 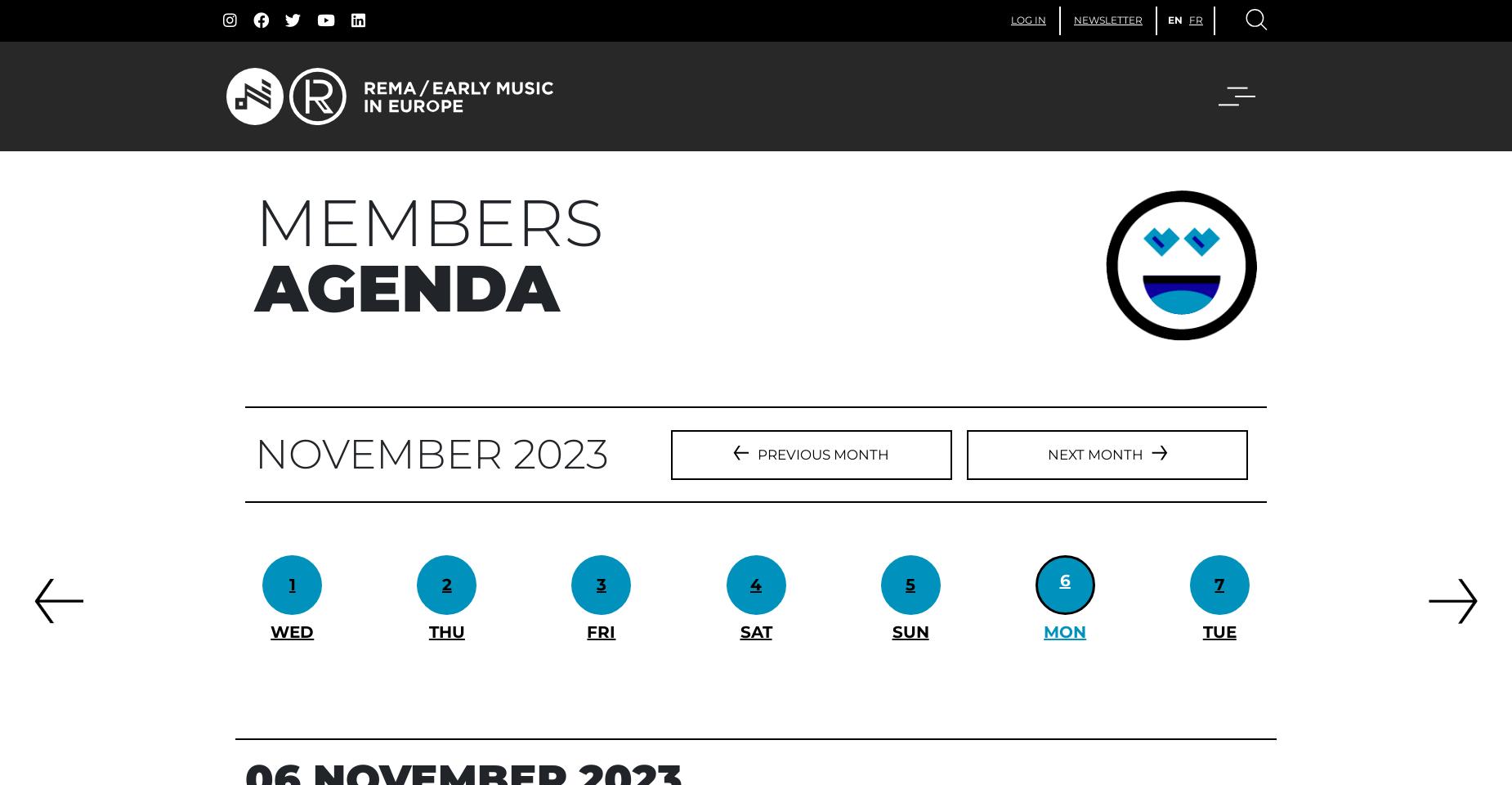 I want to click on 'France', so click(x=715, y=219).